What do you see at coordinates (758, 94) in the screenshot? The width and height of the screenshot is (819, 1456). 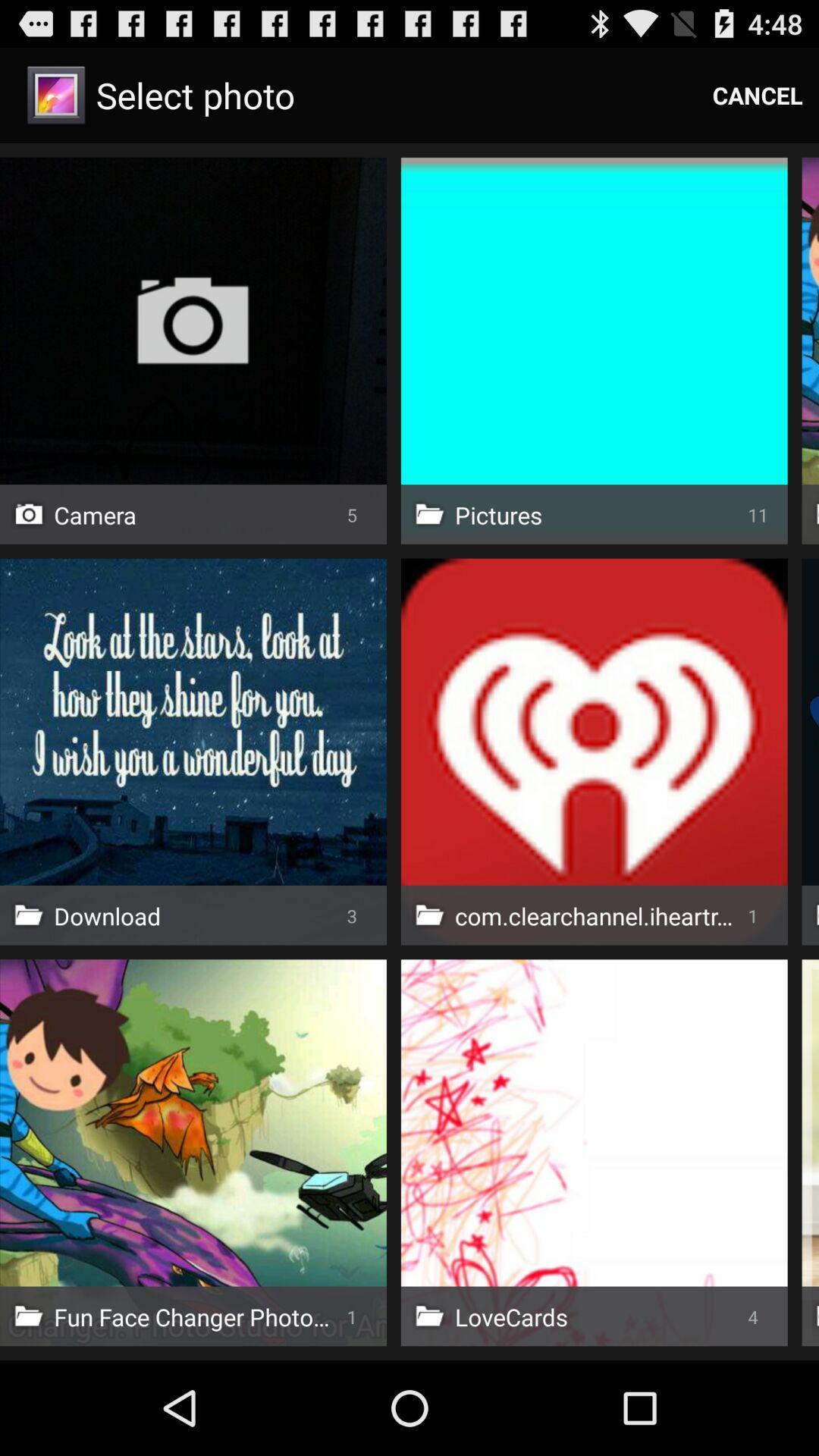 I see `cancel at the top right corner` at bounding box center [758, 94].